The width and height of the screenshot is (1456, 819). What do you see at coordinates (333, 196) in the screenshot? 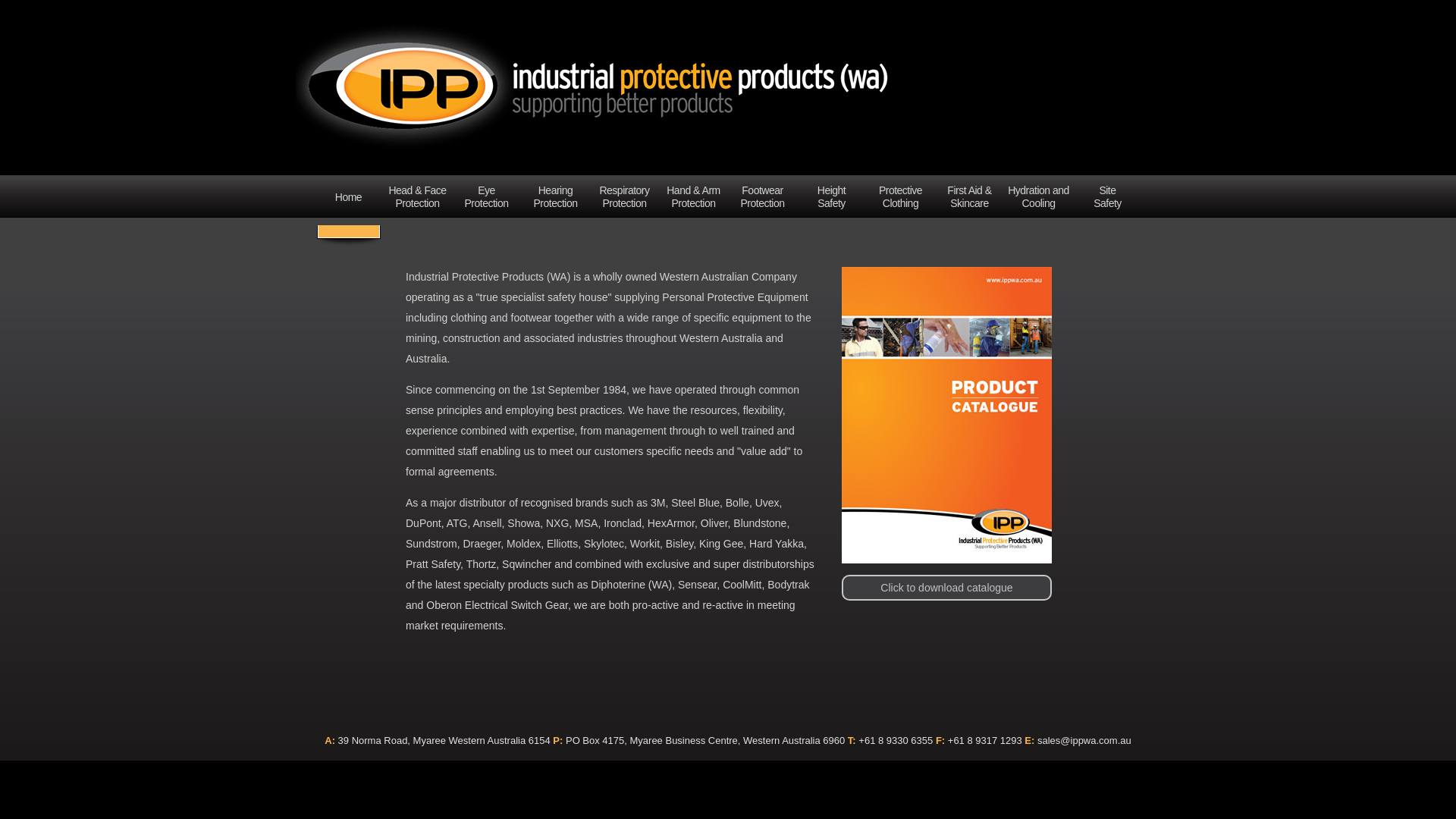
I see `'Home'` at bounding box center [333, 196].